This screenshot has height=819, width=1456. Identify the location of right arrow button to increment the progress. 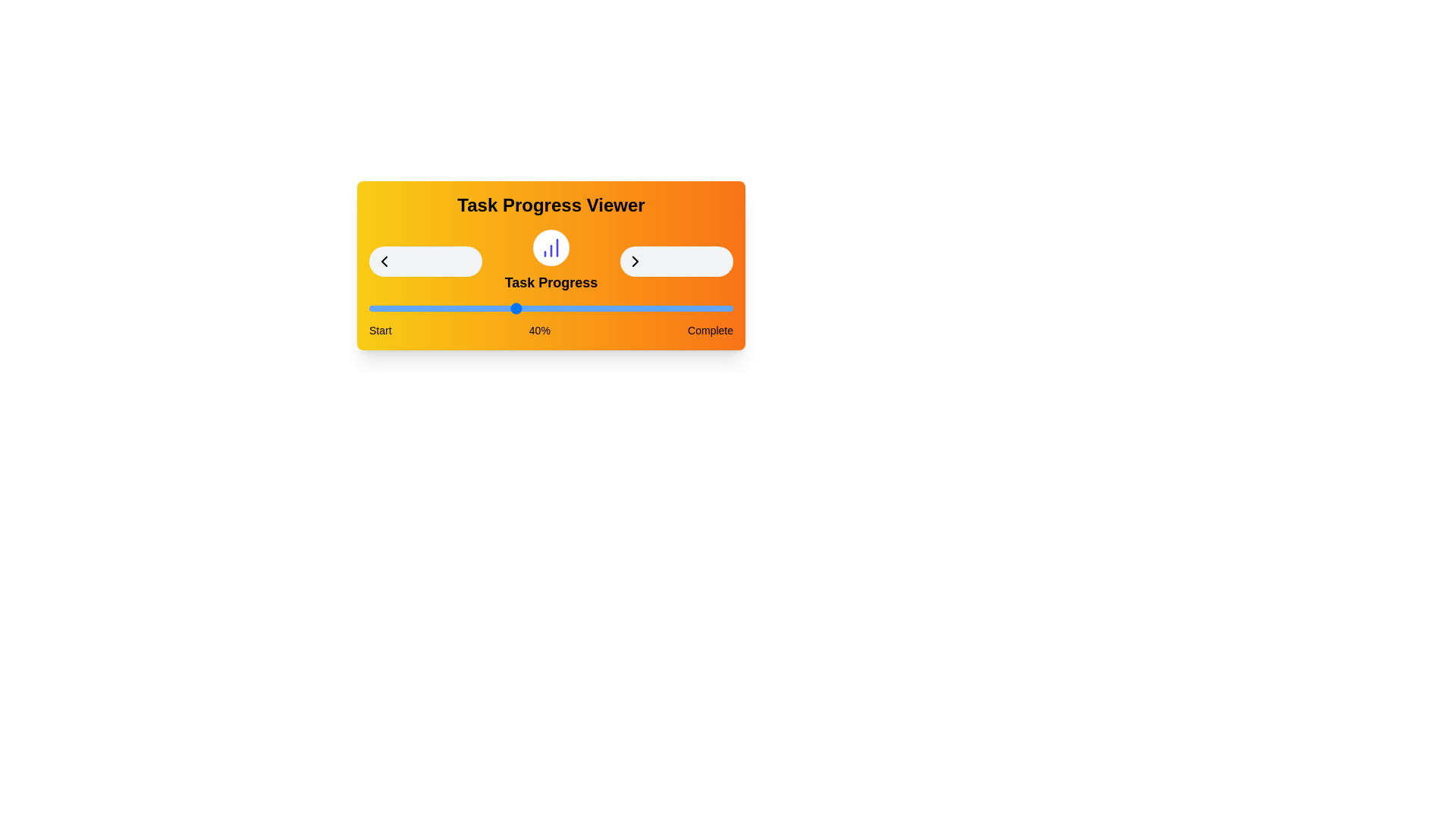
(676, 260).